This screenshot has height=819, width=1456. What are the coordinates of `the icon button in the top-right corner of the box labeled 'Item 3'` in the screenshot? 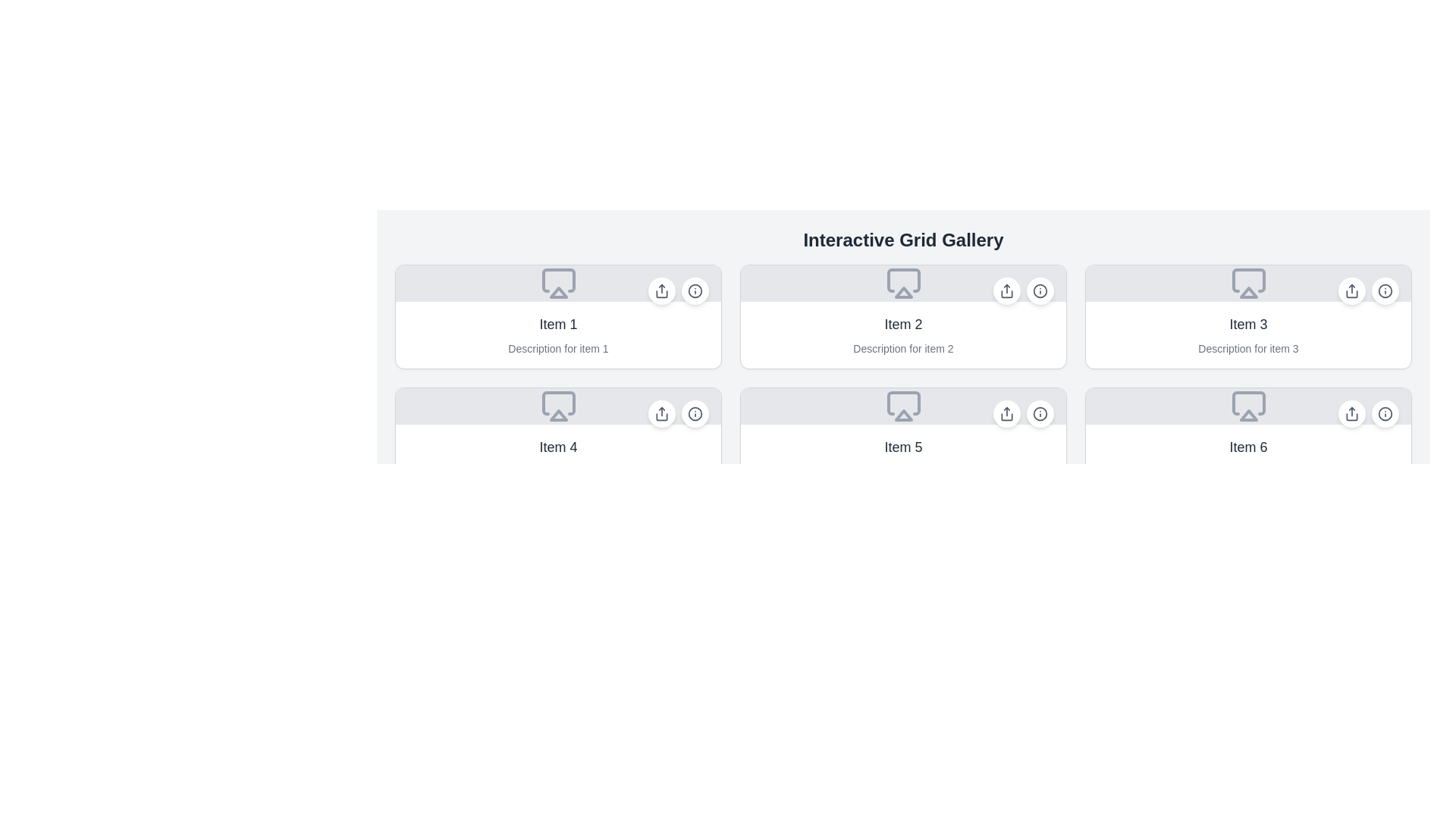 It's located at (1385, 291).